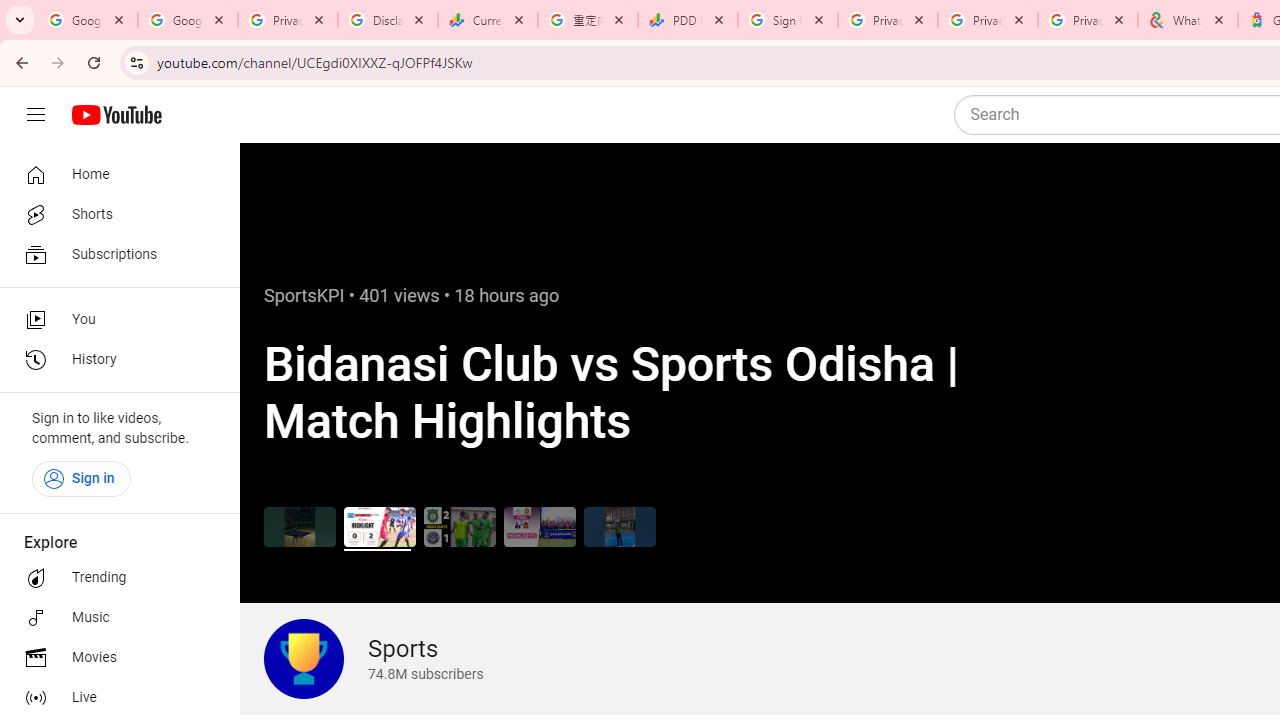  Describe the element at coordinates (112, 697) in the screenshot. I see `'Live'` at that location.